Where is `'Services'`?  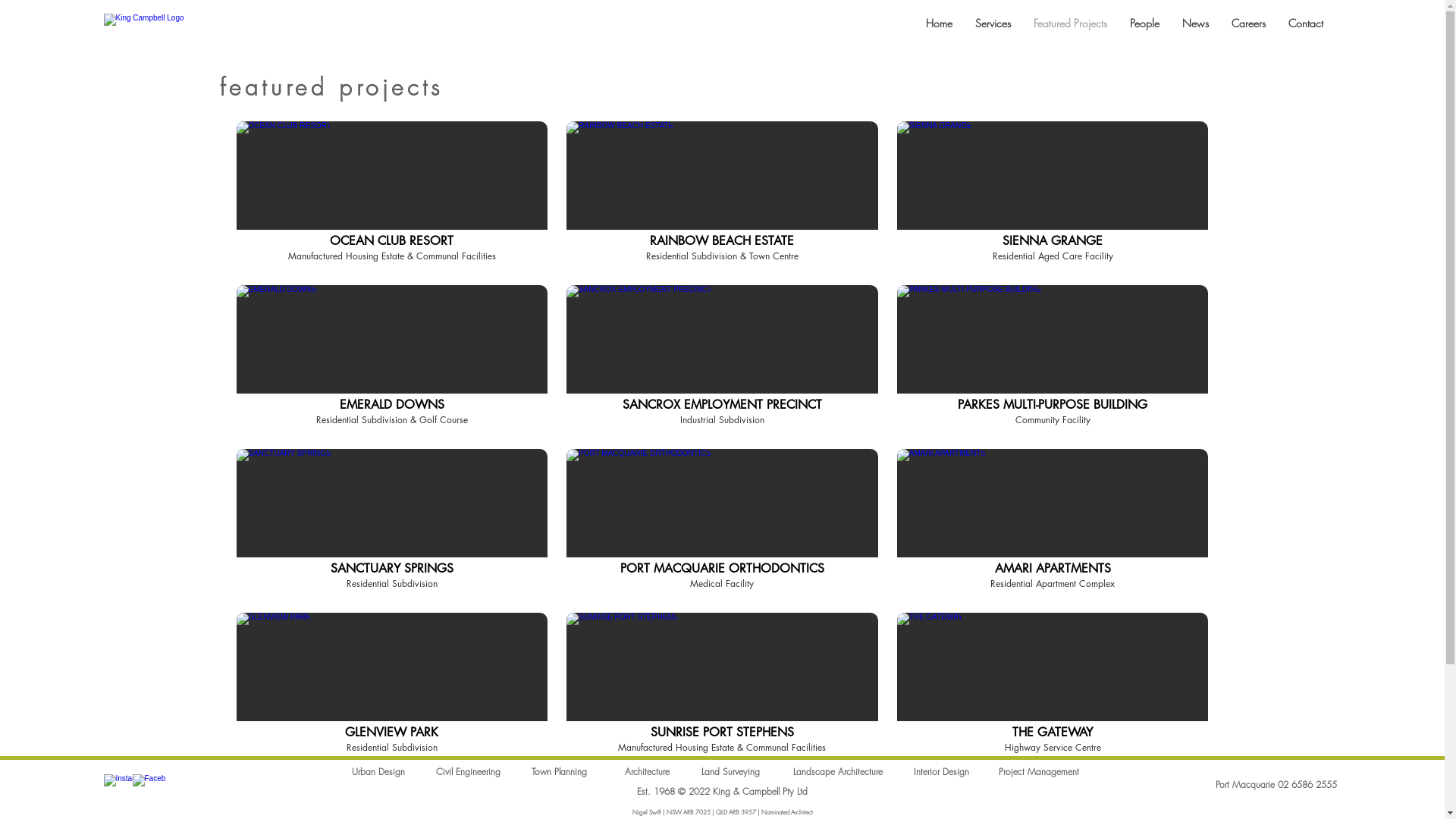
'Services' is located at coordinates (992, 23).